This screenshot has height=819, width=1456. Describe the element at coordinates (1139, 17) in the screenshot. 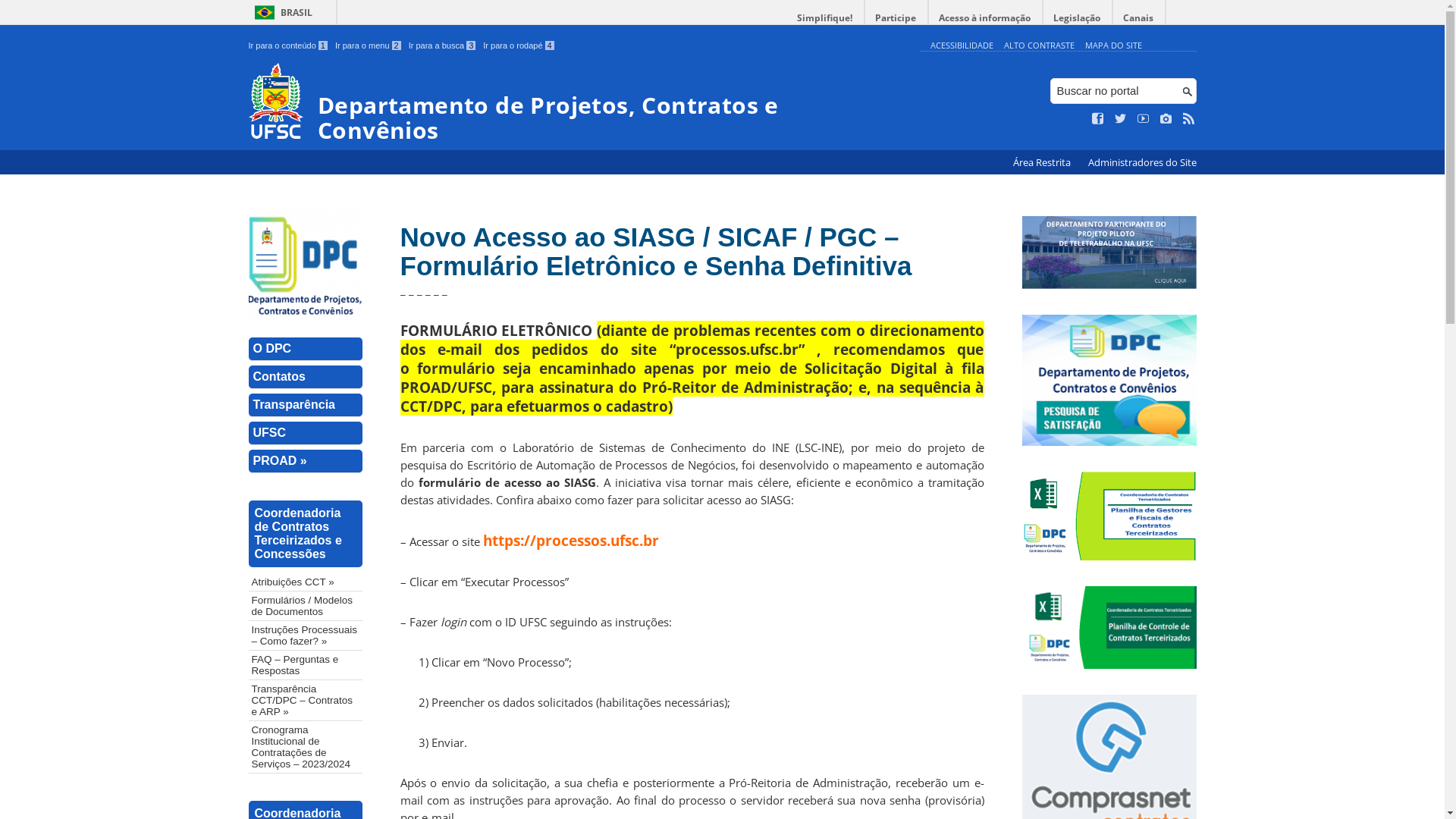

I see `'Canais'` at that location.